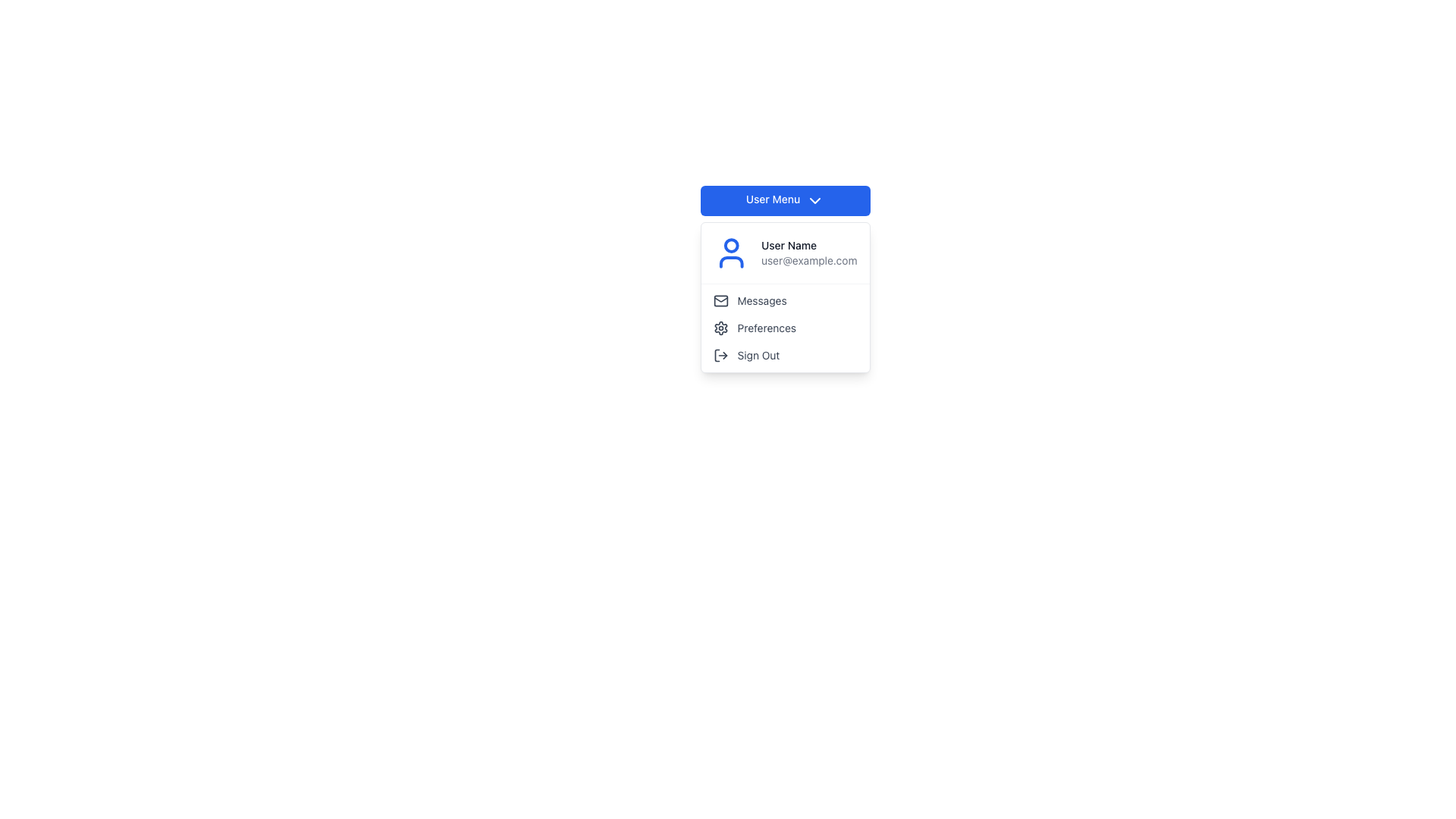  I want to click on the Text Label displaying the name of the currently logged-in user, which is located in the dropdown menu above the email text and to the right of the profile icon, so click(808, 245).